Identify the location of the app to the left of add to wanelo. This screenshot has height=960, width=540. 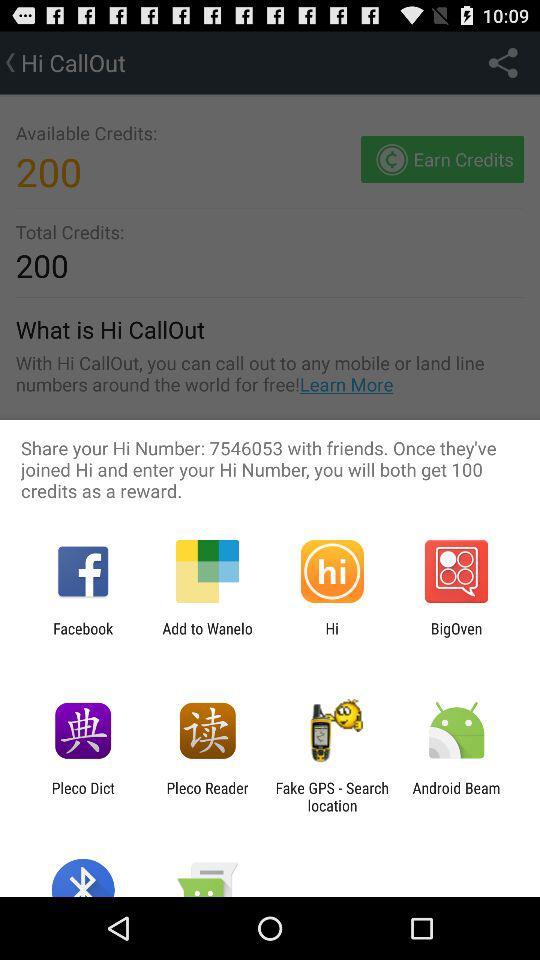
(82, 636).